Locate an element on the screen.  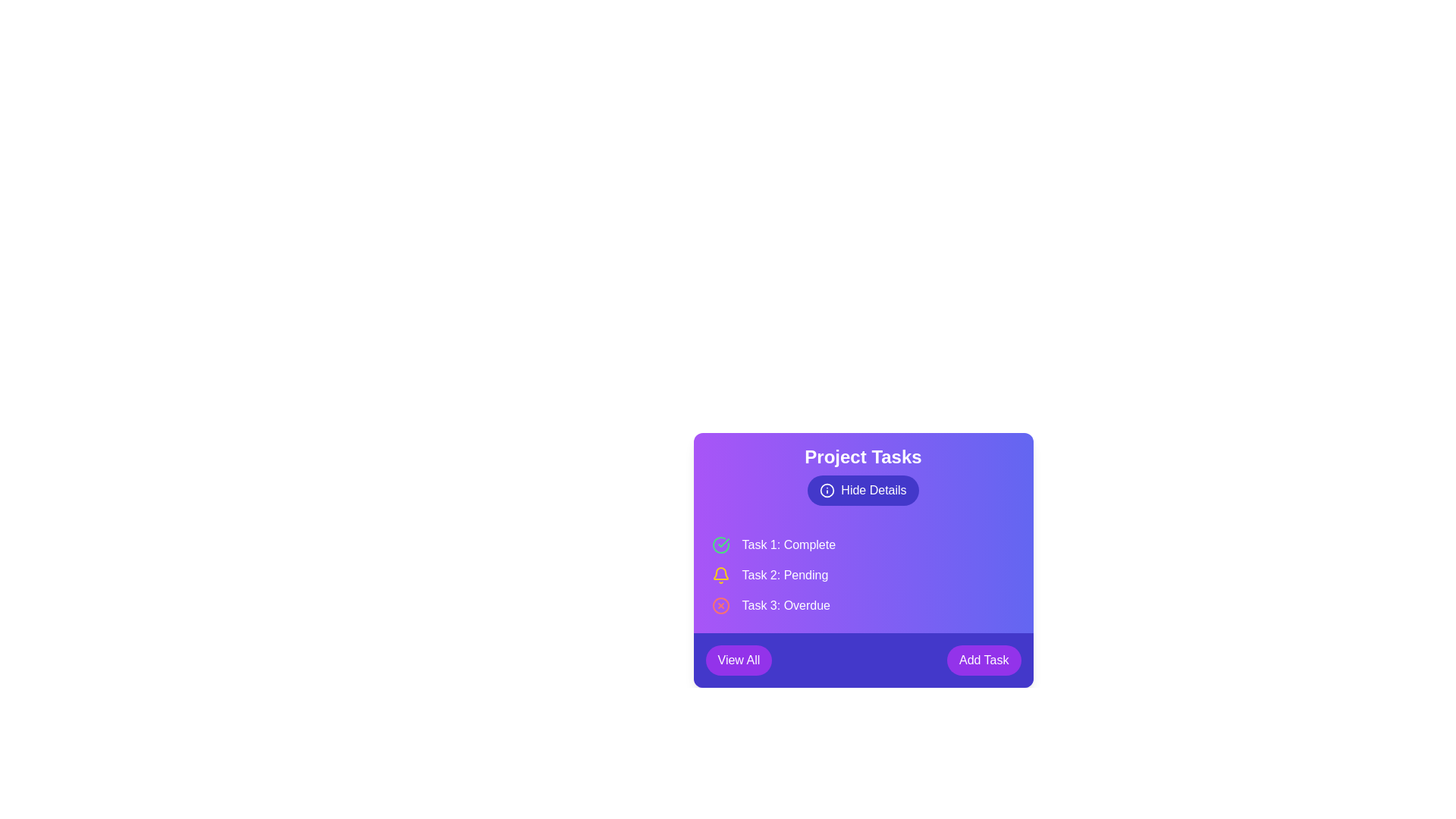
the Text Label displaying 'Task 3: Overdue' in white font, which is the third item in the vertical list of tasks within the purple-gradient card titled 'Project Tasks' is located at coordinates (786, 604).